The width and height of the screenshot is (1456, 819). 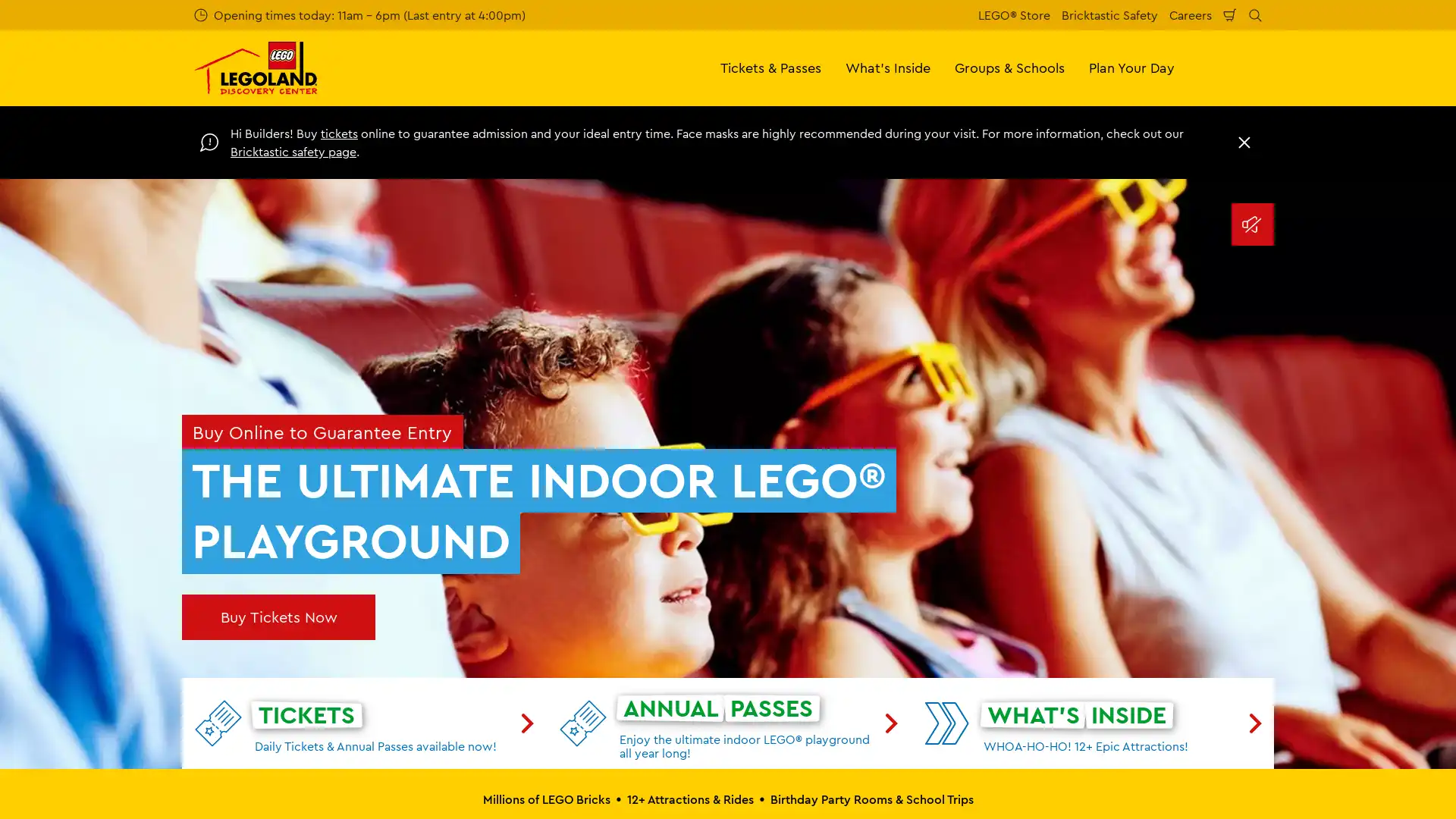 I want to click on Tickets & Passes, so click(x=770, y=67).